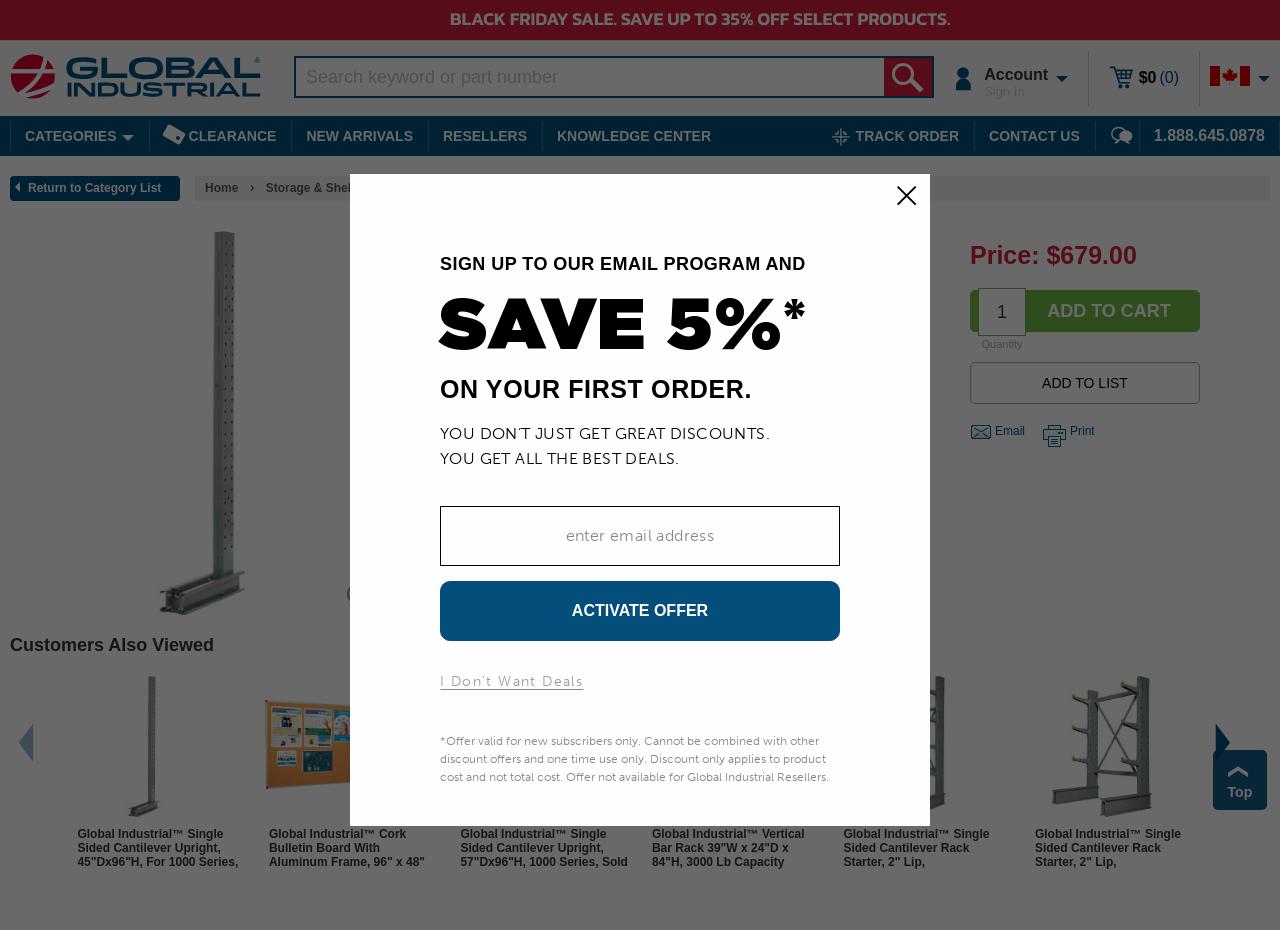 The image size is (1280, 930). What do you see at coordinates (77, 855) in the screenshot?
I see `'Global Industrial™ Single Sided Cantilever Upright, 45"Dx96"H, For 1000 Series, Sold Per Each'` at bounding box center [77, 855].